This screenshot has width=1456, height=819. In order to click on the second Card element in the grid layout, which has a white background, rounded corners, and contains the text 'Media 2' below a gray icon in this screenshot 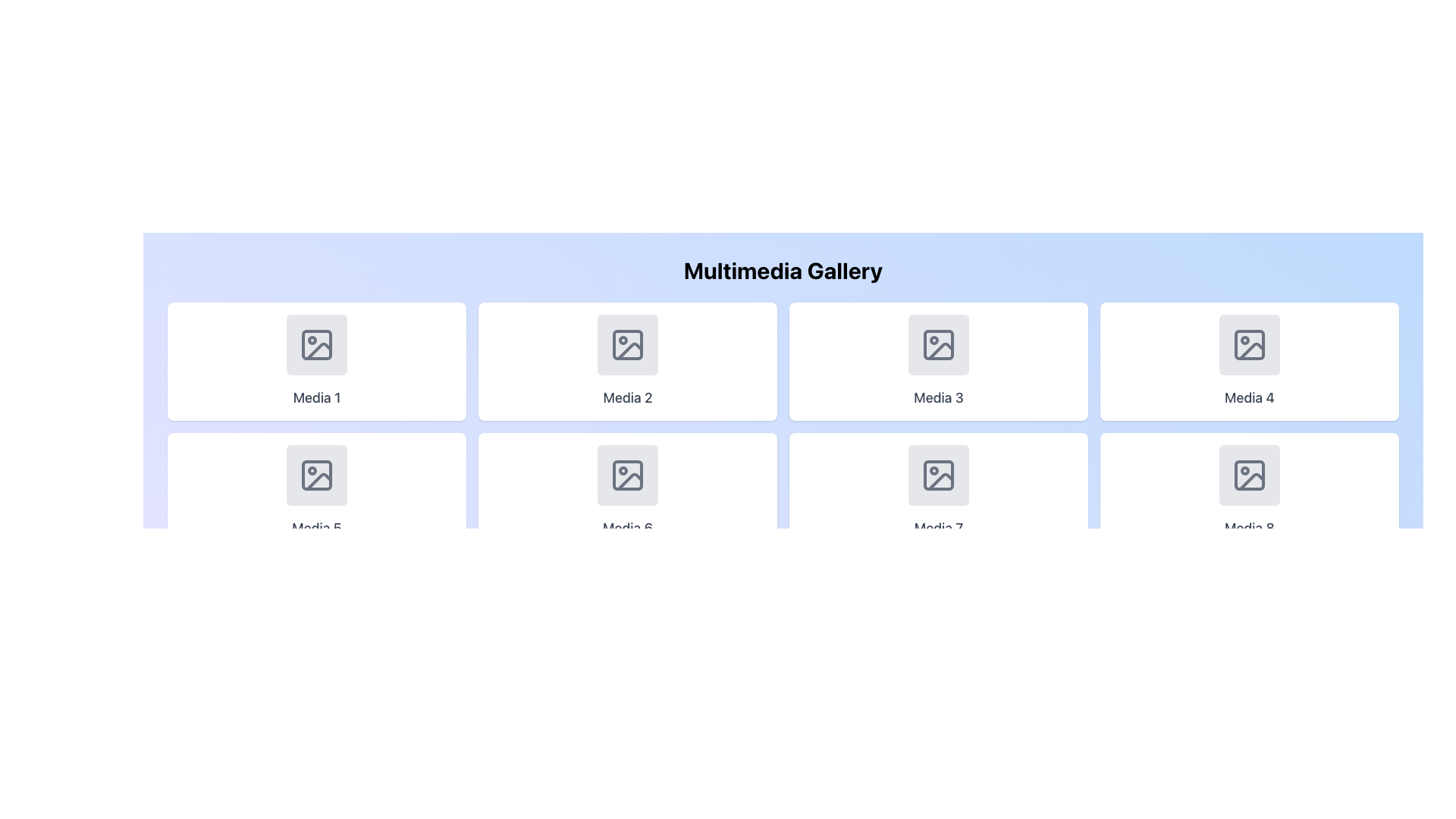, I will do `click(628, 362)`.